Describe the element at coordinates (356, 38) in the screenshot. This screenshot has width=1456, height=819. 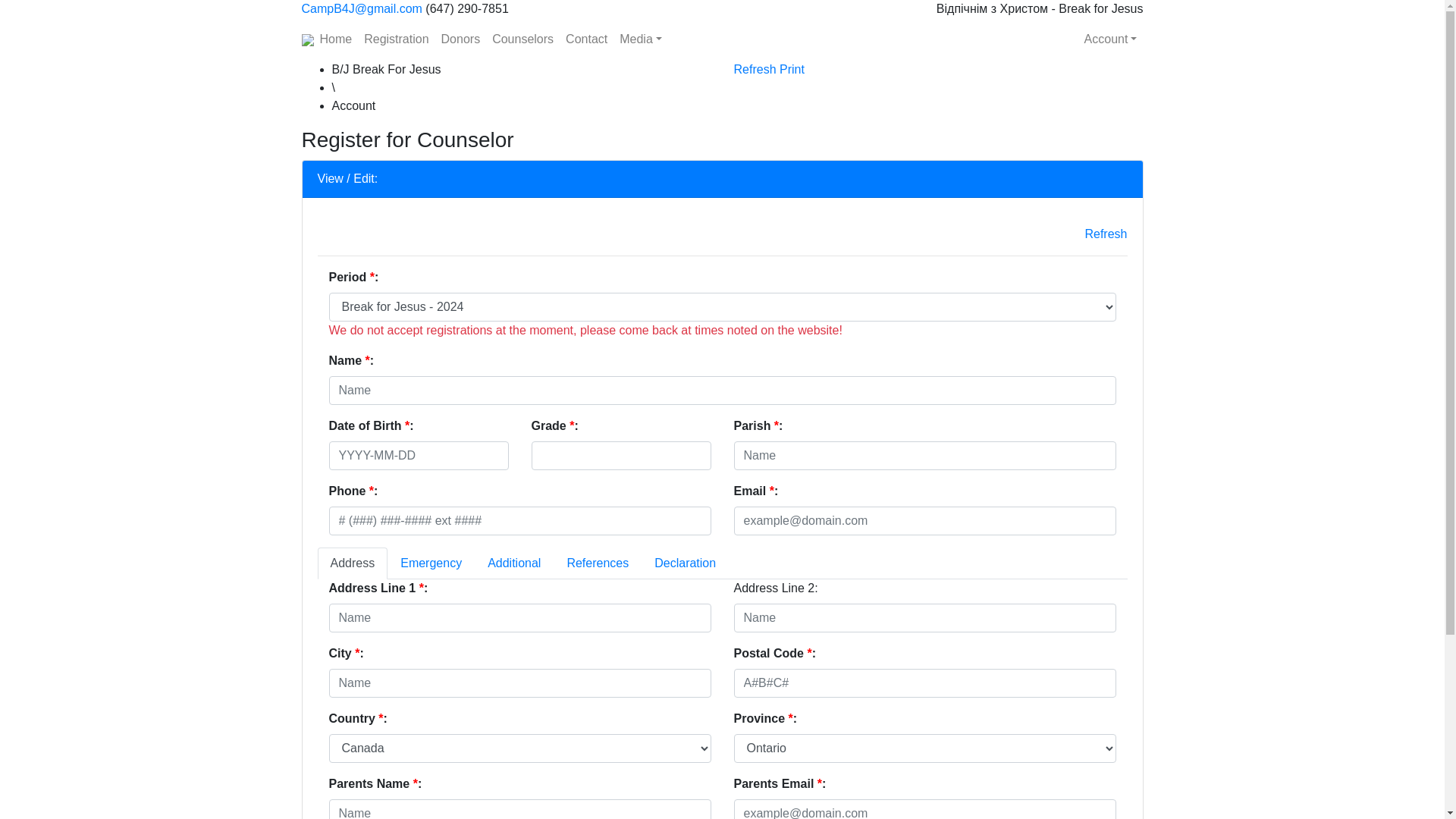
I see `'Registration'` at that location.